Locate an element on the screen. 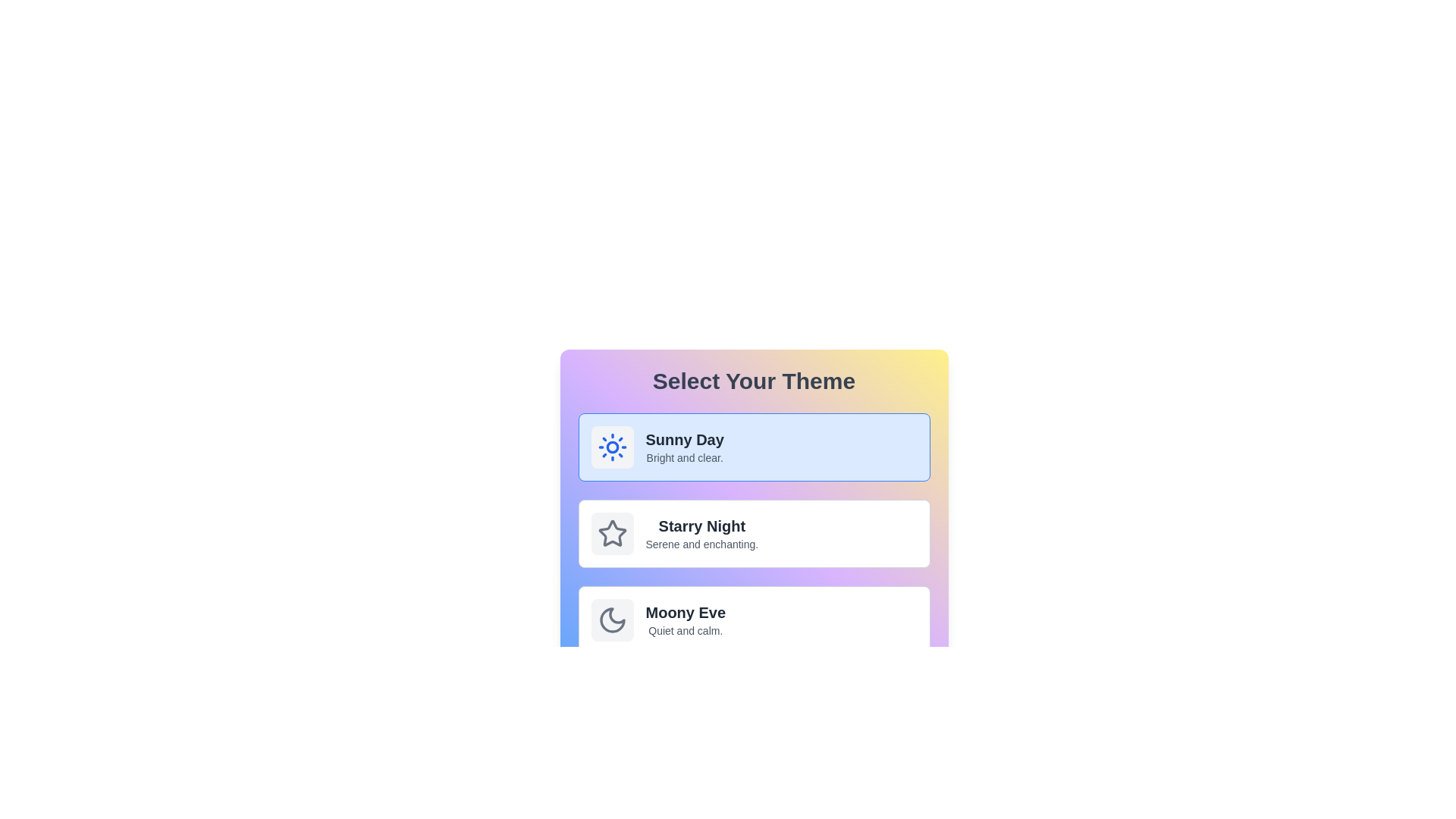 This screenshot has height=819, width=1456. the star icon located in the second option card labeled 'Starry Night', positioned above the text 'Serene and enchanting' is located at coordinates (612, 533).